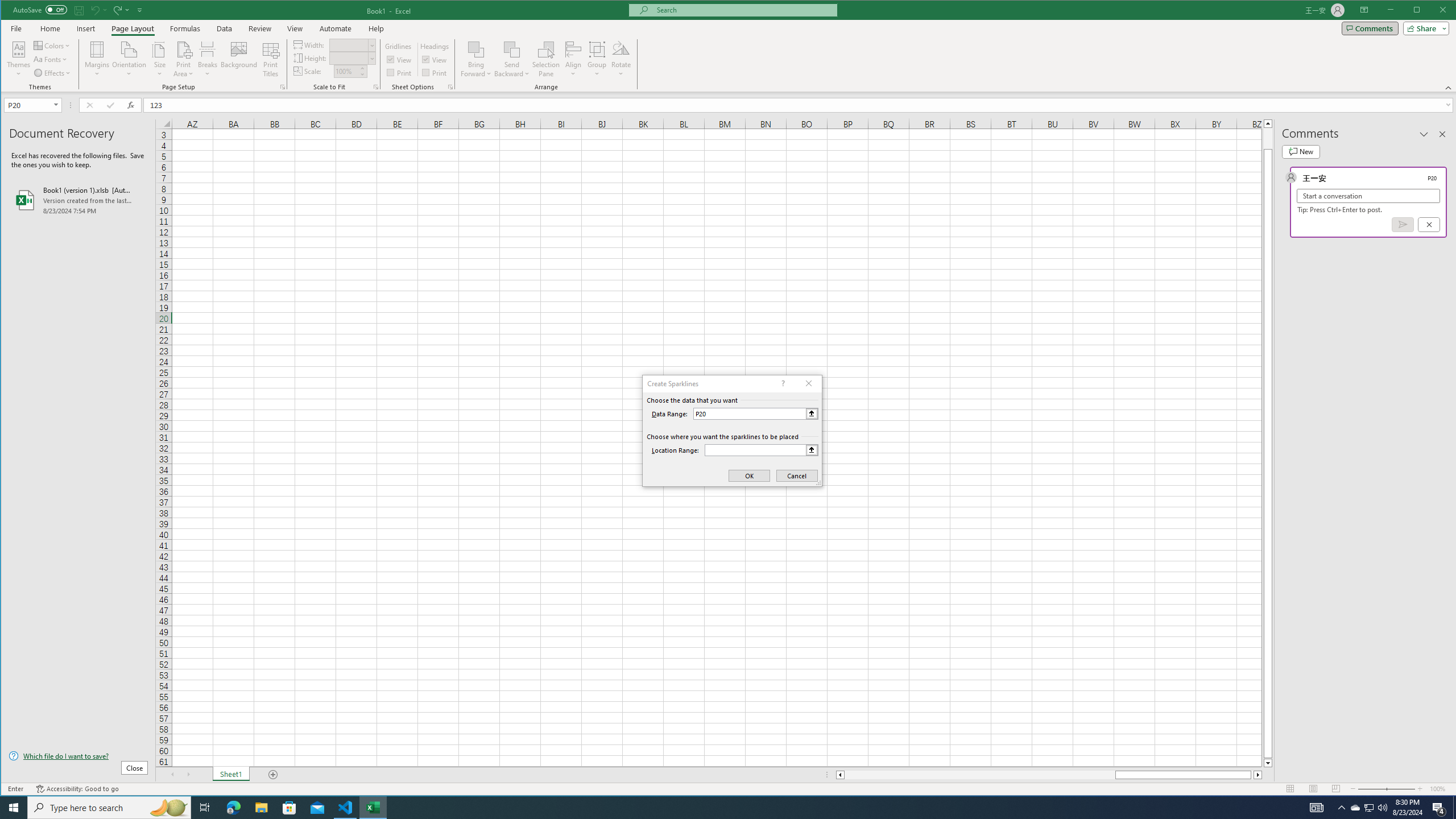 The width and height of the screenshot is (1456, 819). Describe the element at coordinates (476, 48) in the screenshot. I see `'Bring Forward'` at that location.